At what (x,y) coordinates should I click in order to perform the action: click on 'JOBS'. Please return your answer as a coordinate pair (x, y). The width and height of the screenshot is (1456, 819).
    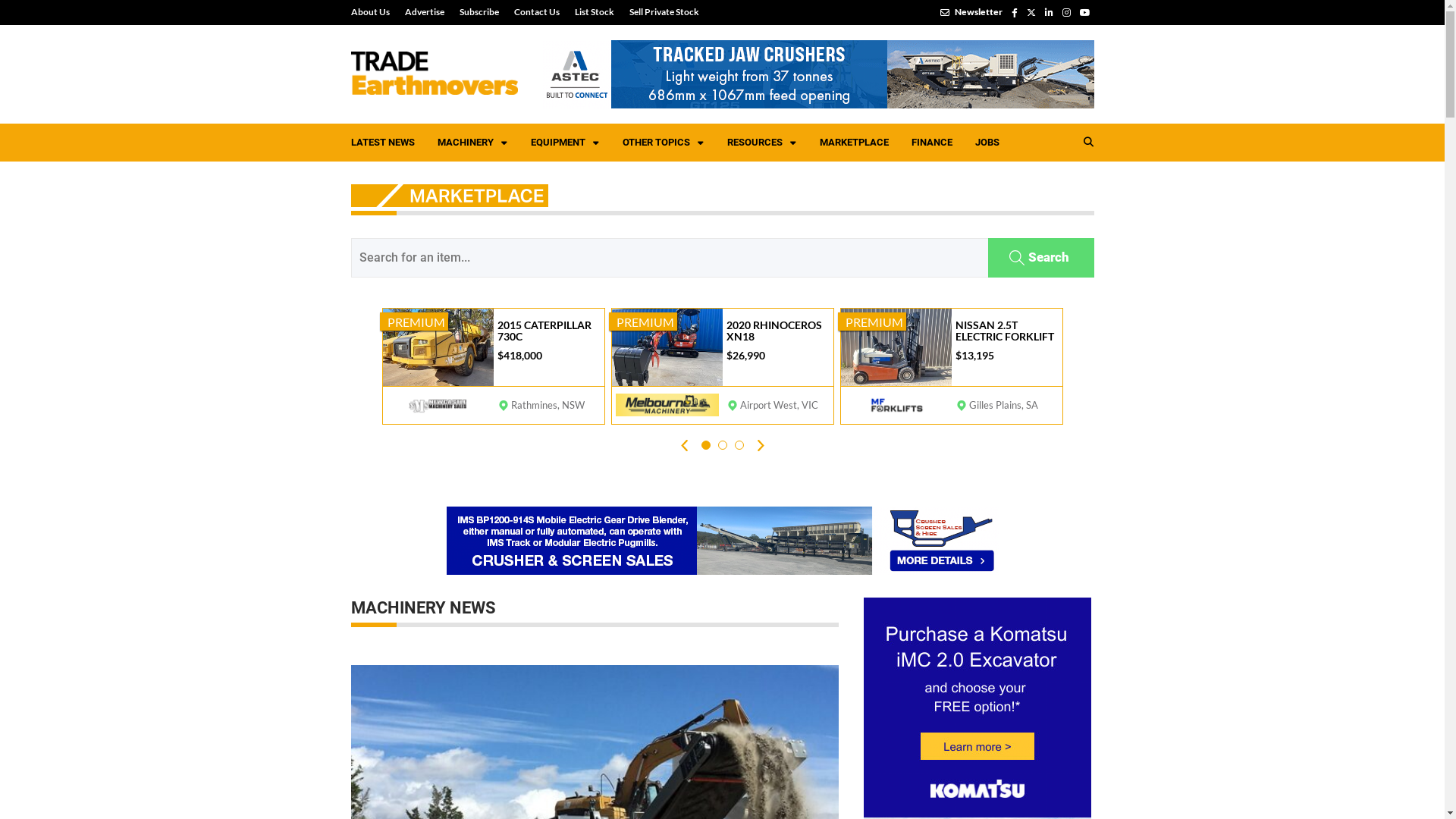
    Looking at the image, I should click on (986, 143).